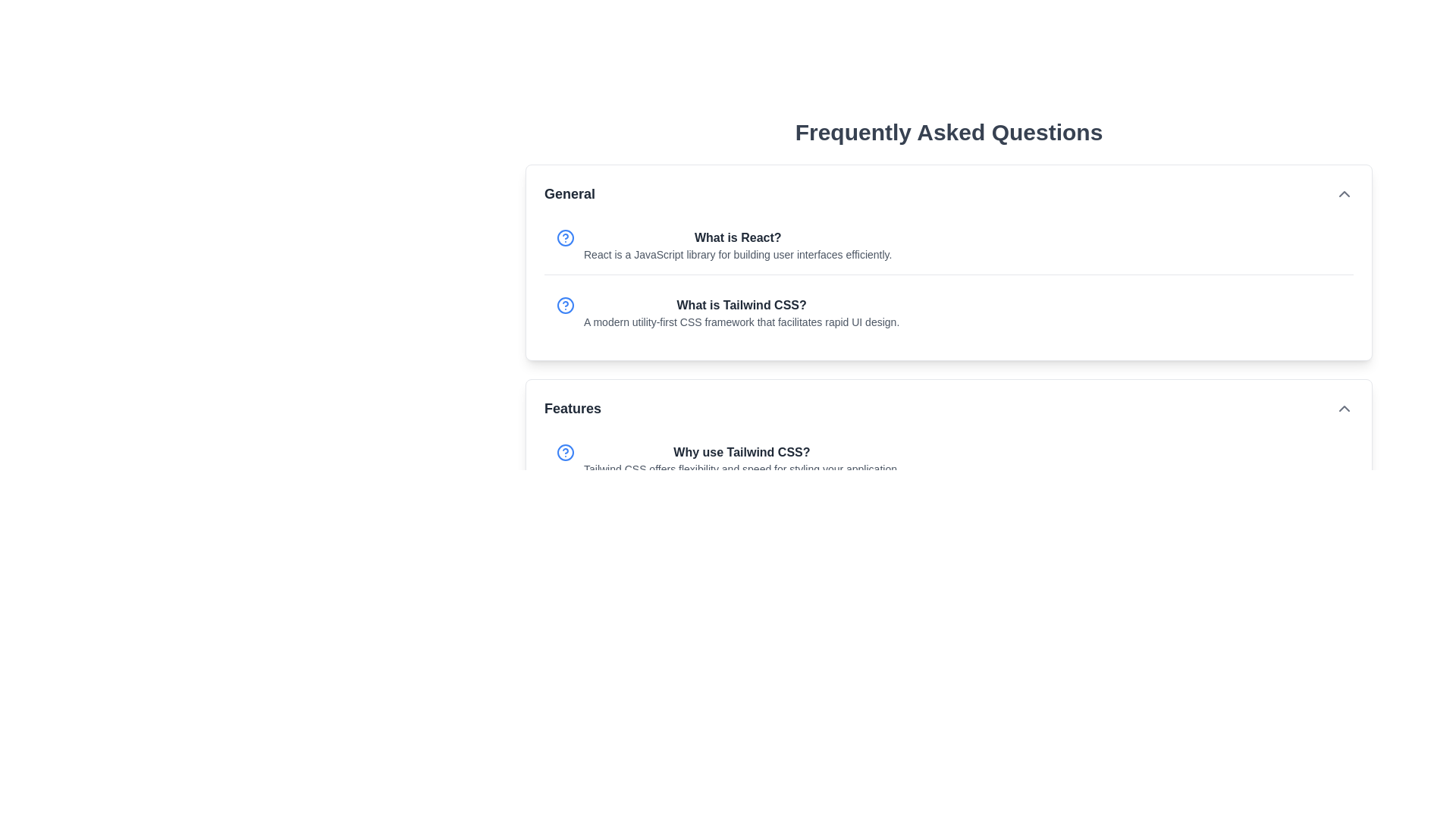 This screenshot has width=1456, height=819. I want to click on the text element displaying the question 'What is Tailwind CSS?', so click(742, 305).